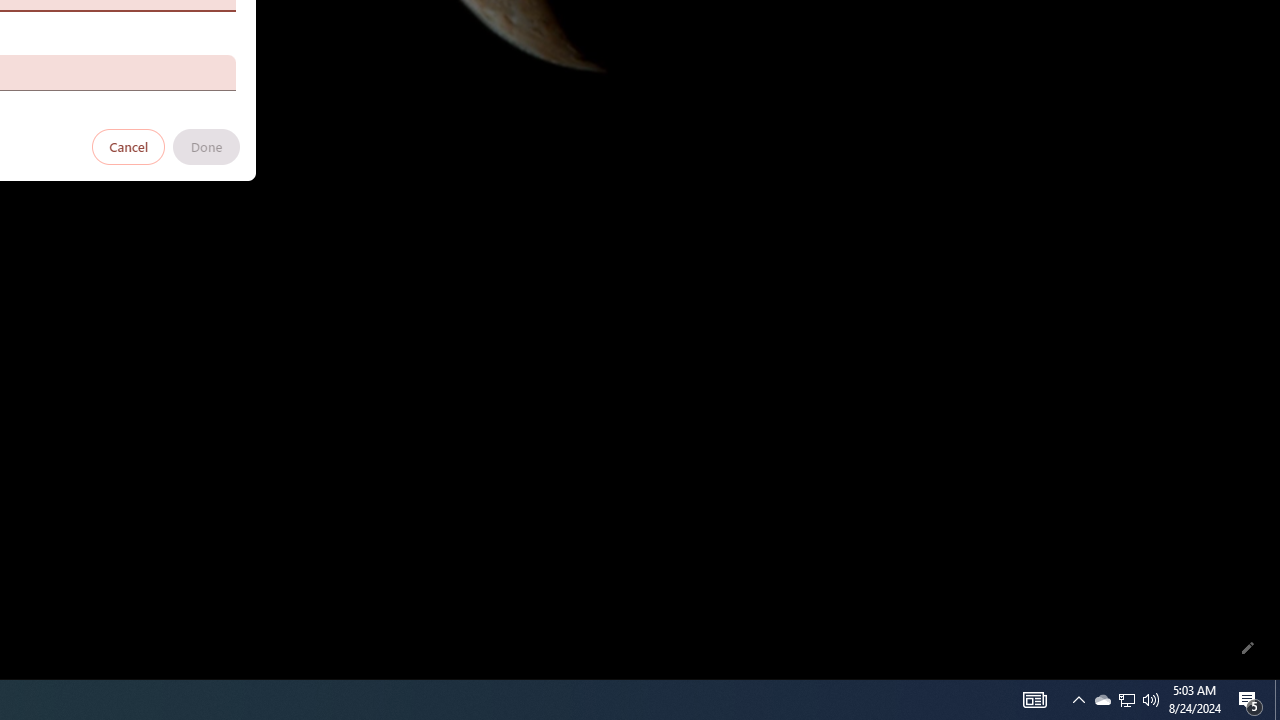 The image size is (1280, 720). I want to click on 'Done', so click(206, 145).